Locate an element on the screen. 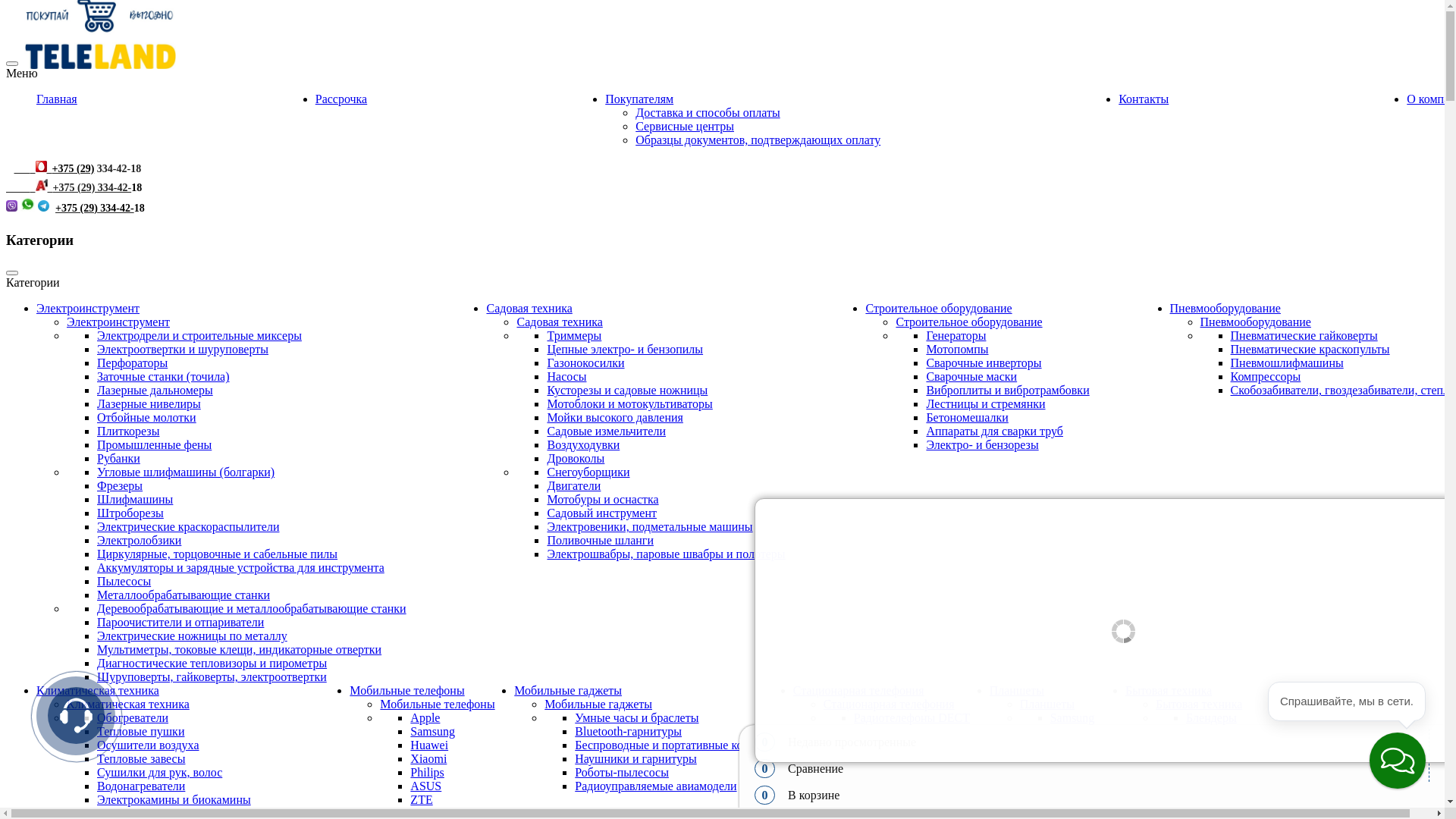 The image size is (1456, 819). '+375 (29) 334-42-' is located at coordinates (55, 208).